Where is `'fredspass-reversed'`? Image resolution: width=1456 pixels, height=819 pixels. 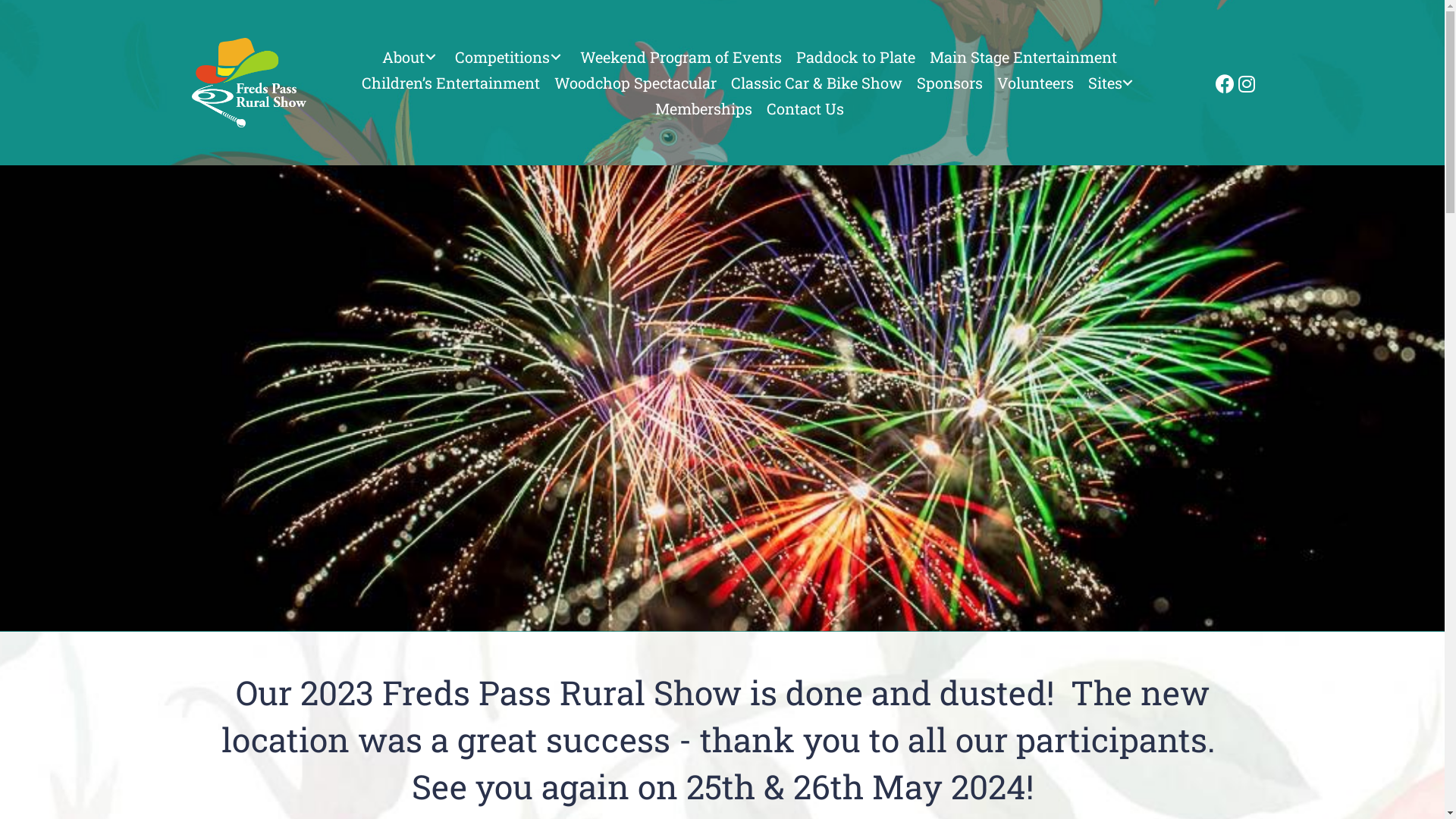 'fredspass-reversed' is located at coordinates (248, 82).